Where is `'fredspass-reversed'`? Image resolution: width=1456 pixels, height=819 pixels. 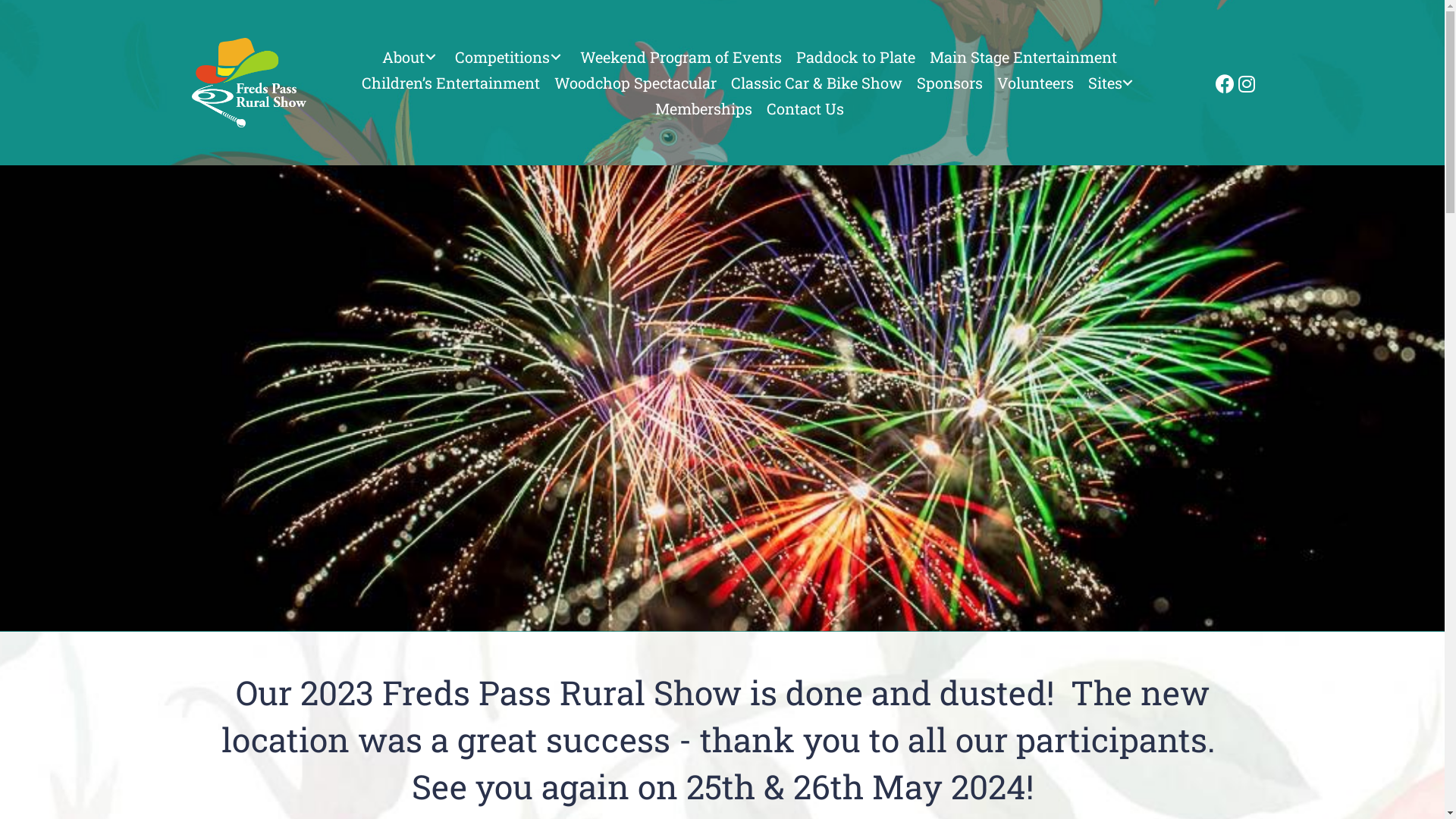 'fredspass-reversed' is located at coordinates (248, 82).